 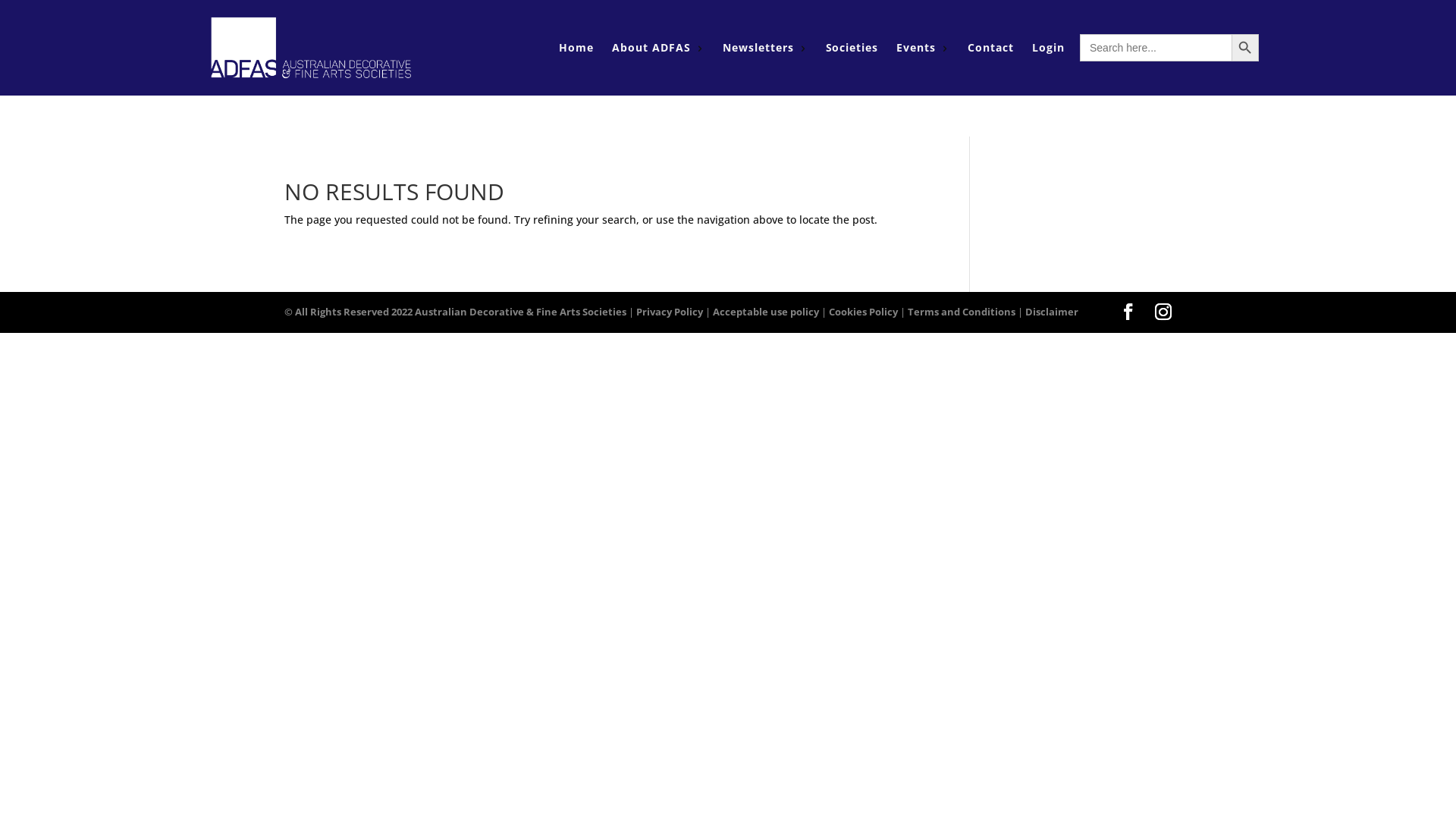 I want to click on 'Terms and Conditions', so click(x=960, y=311).